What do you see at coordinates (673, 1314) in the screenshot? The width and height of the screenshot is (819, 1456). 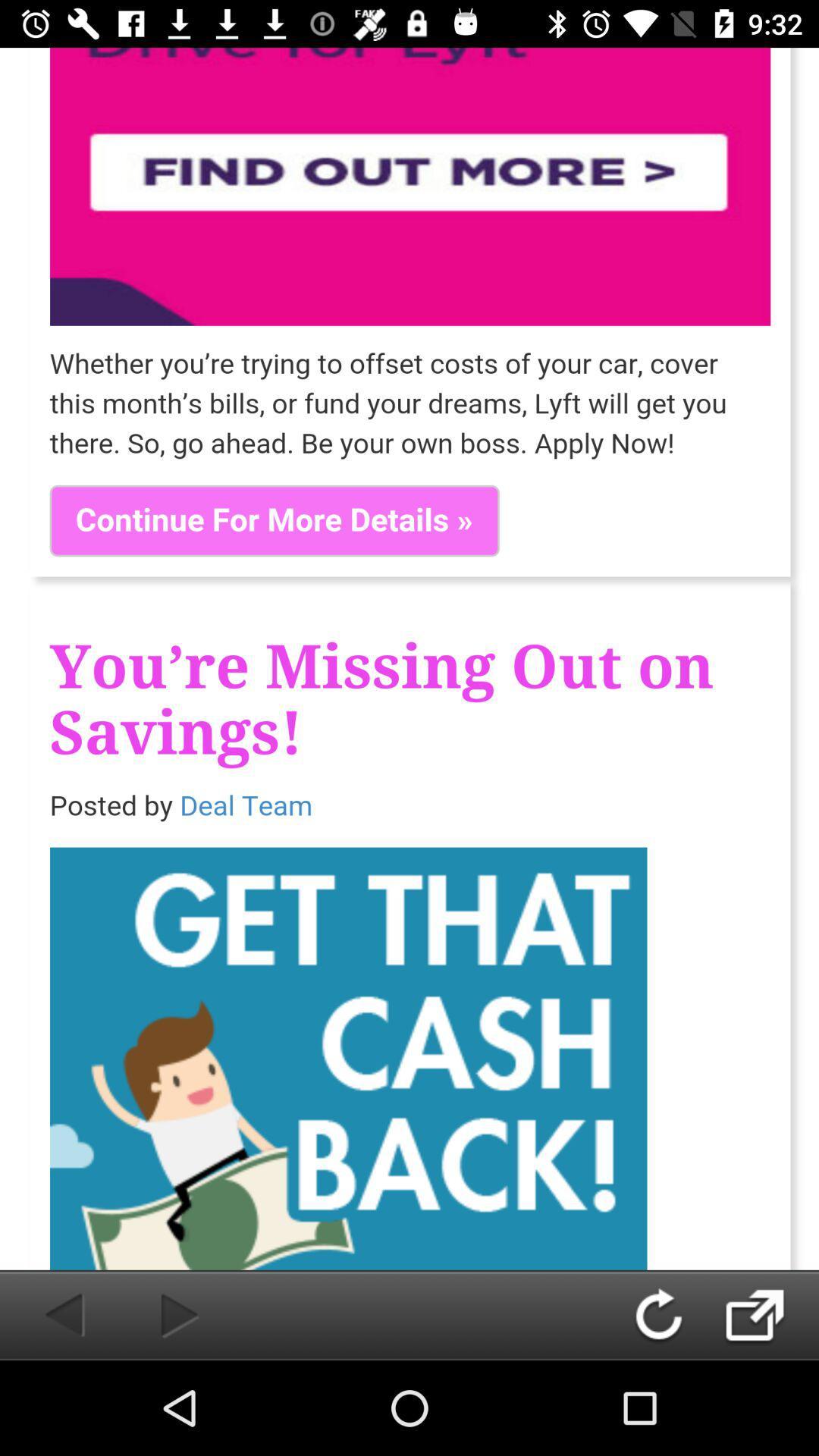 I see `the refresh icon` at bounding box center [673, 1314].